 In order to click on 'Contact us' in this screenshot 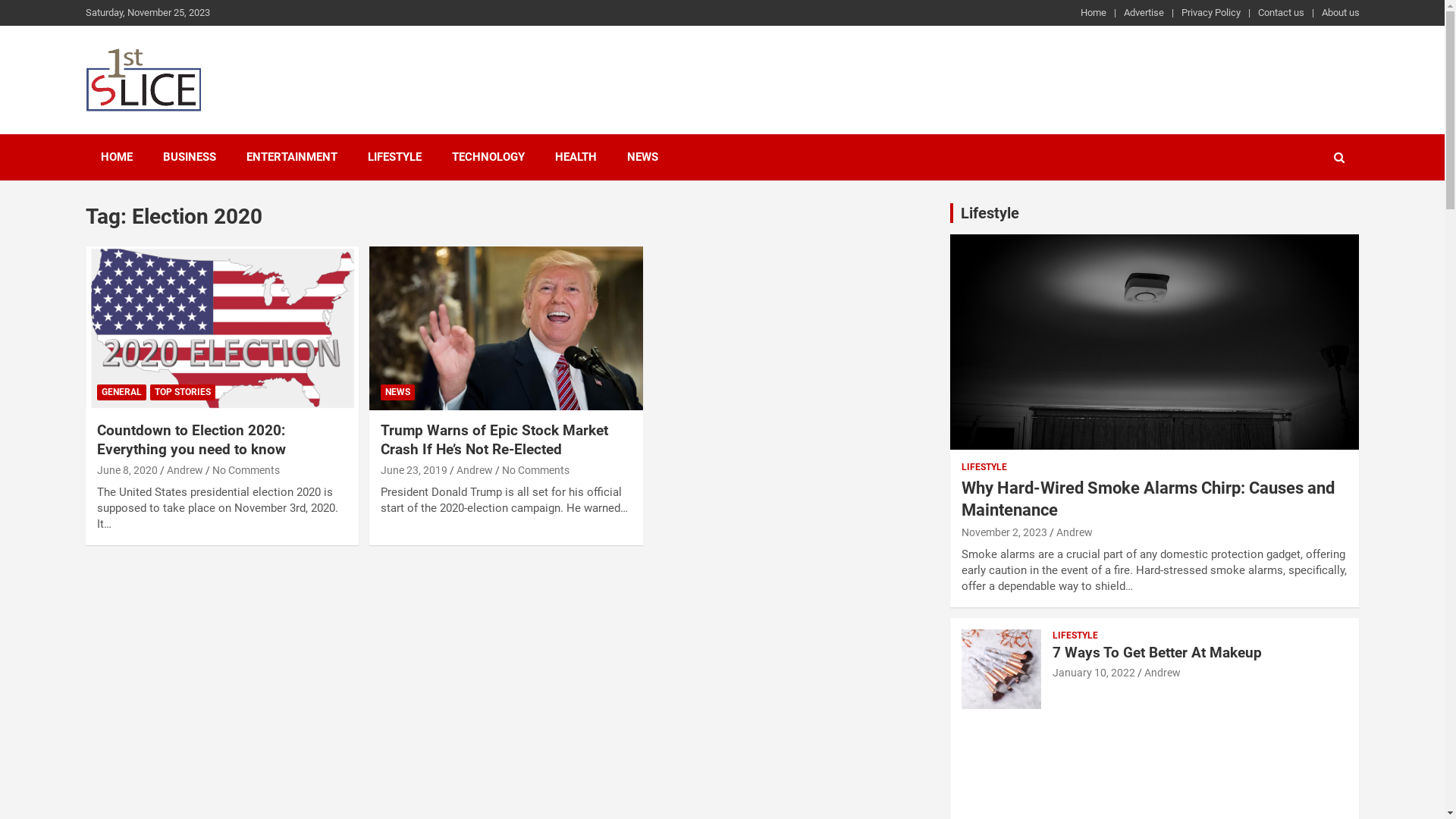, I will do `click(1279, 12)`.